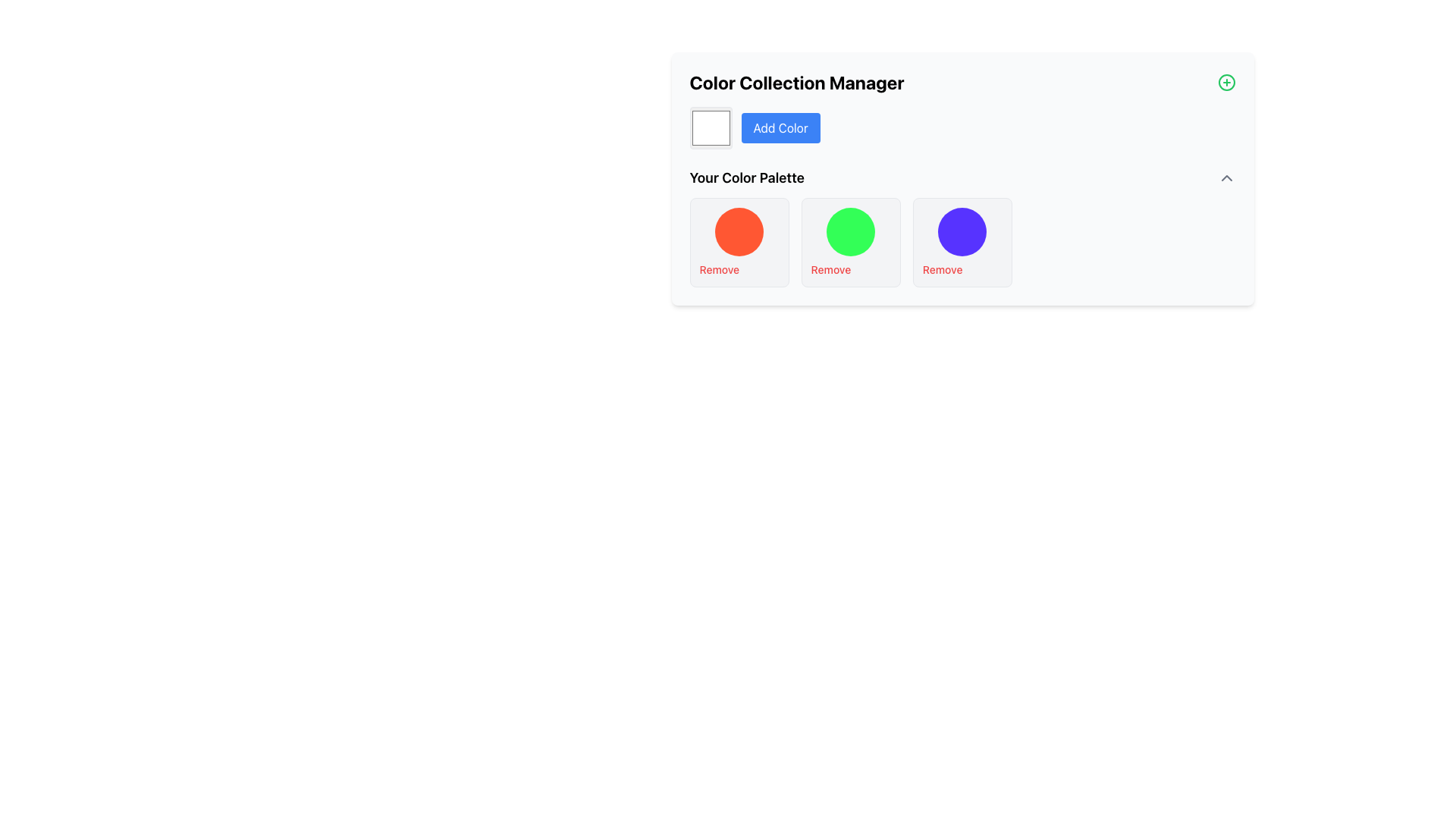 The width and height of the screenshot is (1456, 819). Describe the element at coordinates (710, 127) in the screenshot. I see `the Color input box` at that location.